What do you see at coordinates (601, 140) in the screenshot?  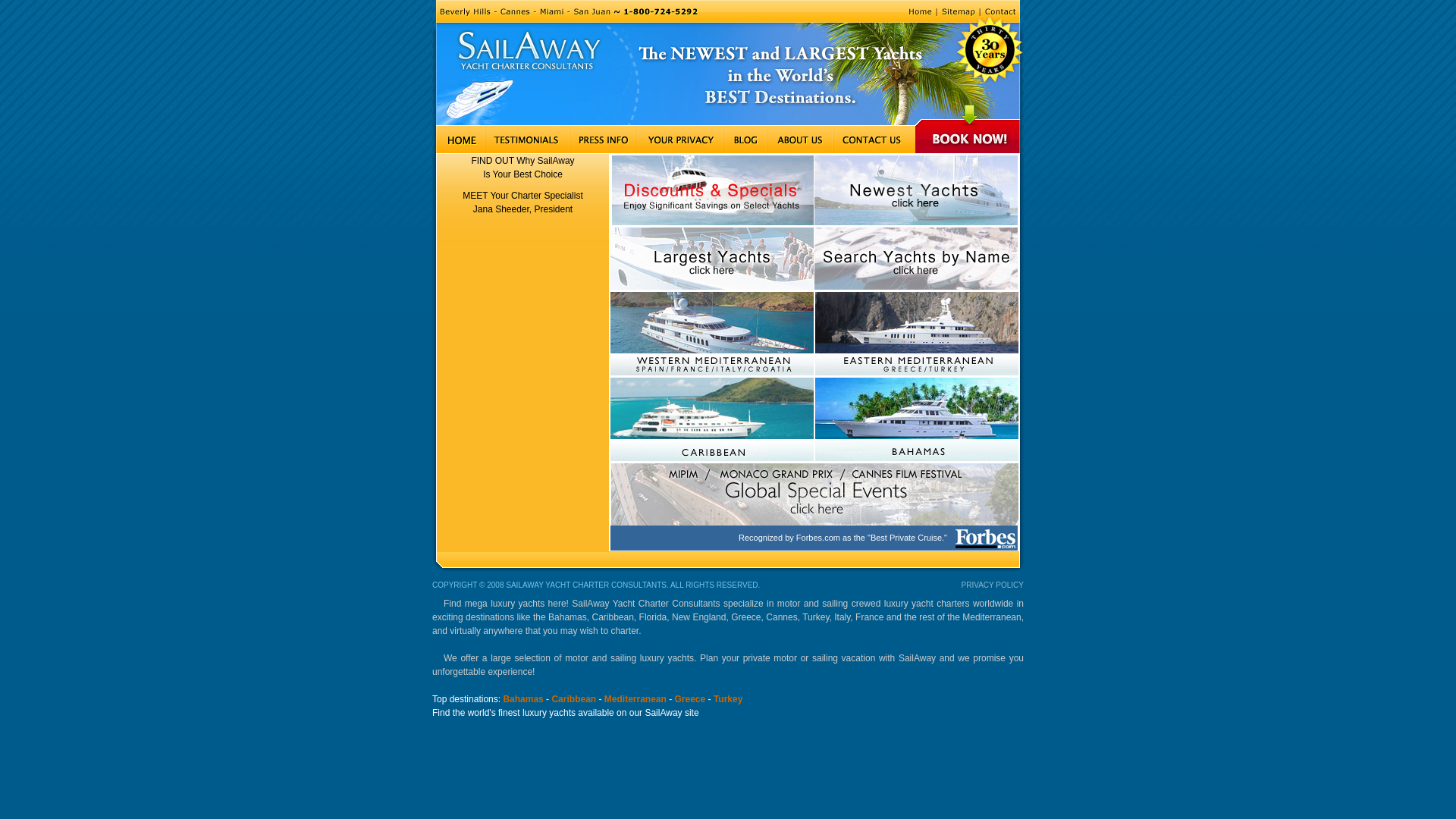 I see `'Press Info'` at bounding box center [601, 140].